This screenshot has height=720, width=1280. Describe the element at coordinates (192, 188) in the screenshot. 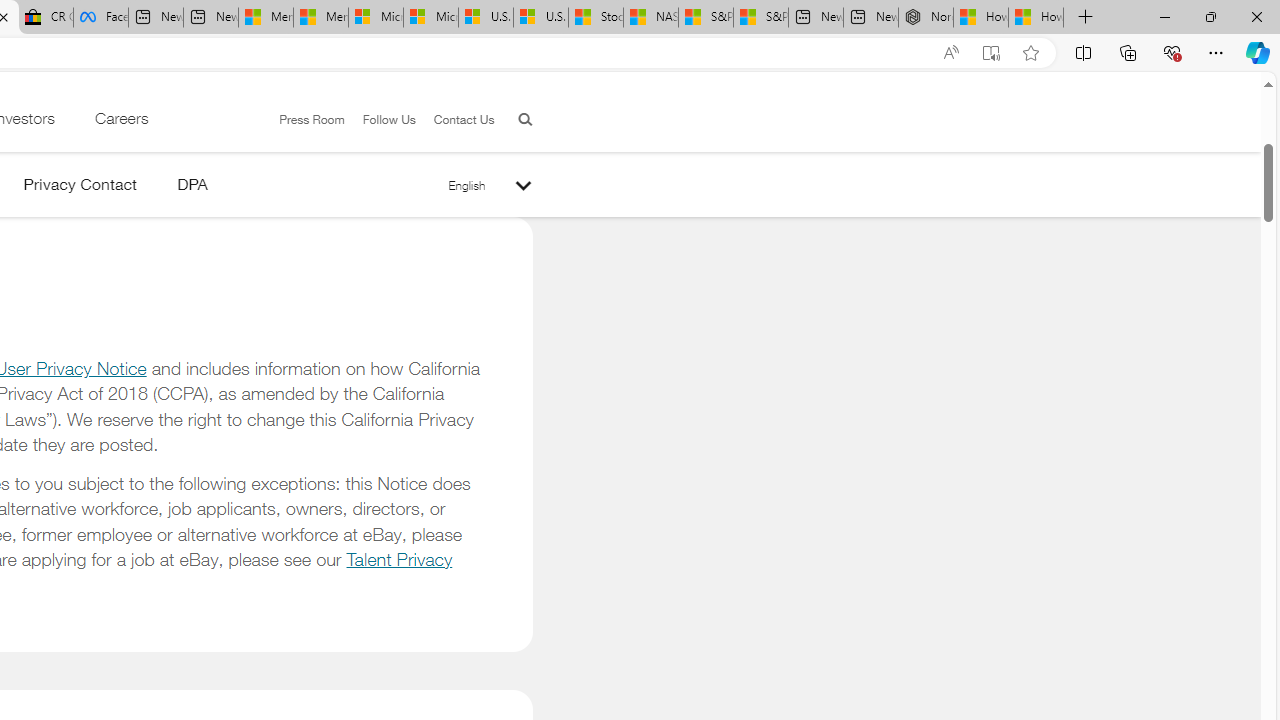

I see `'DPA'` at that location.